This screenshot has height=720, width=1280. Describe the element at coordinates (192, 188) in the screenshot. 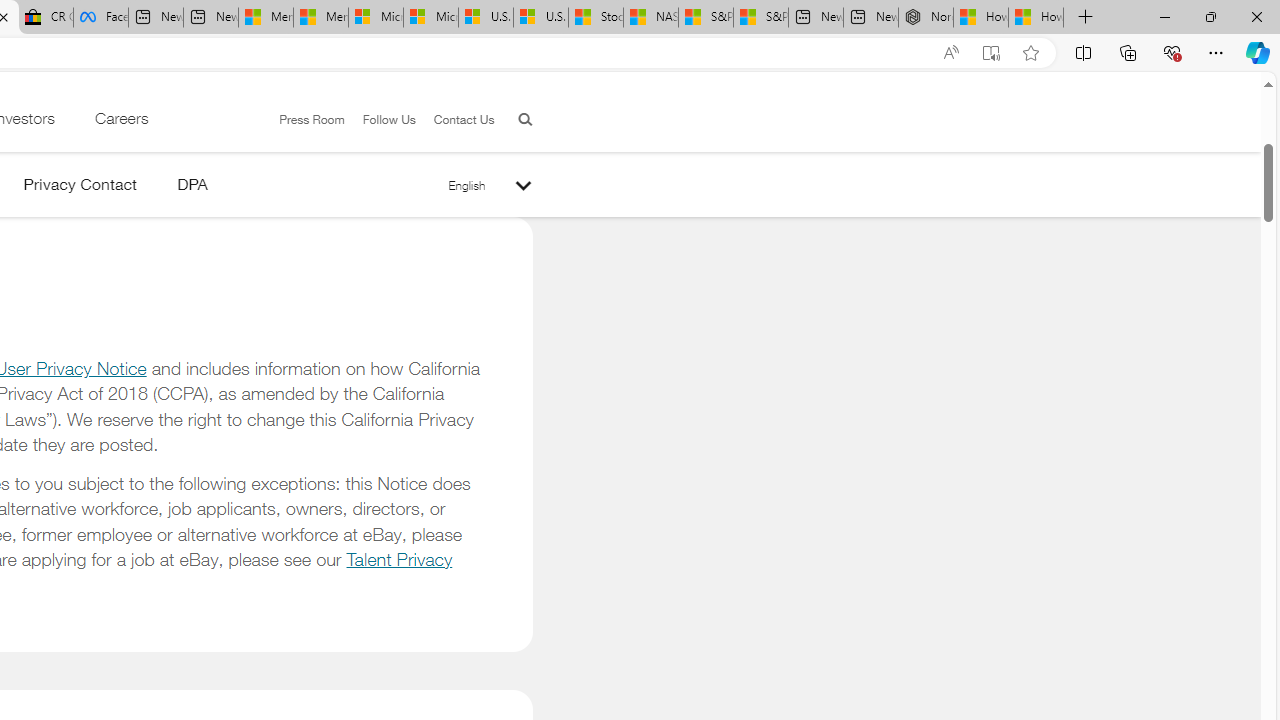

I see `'DPA'` at that location.